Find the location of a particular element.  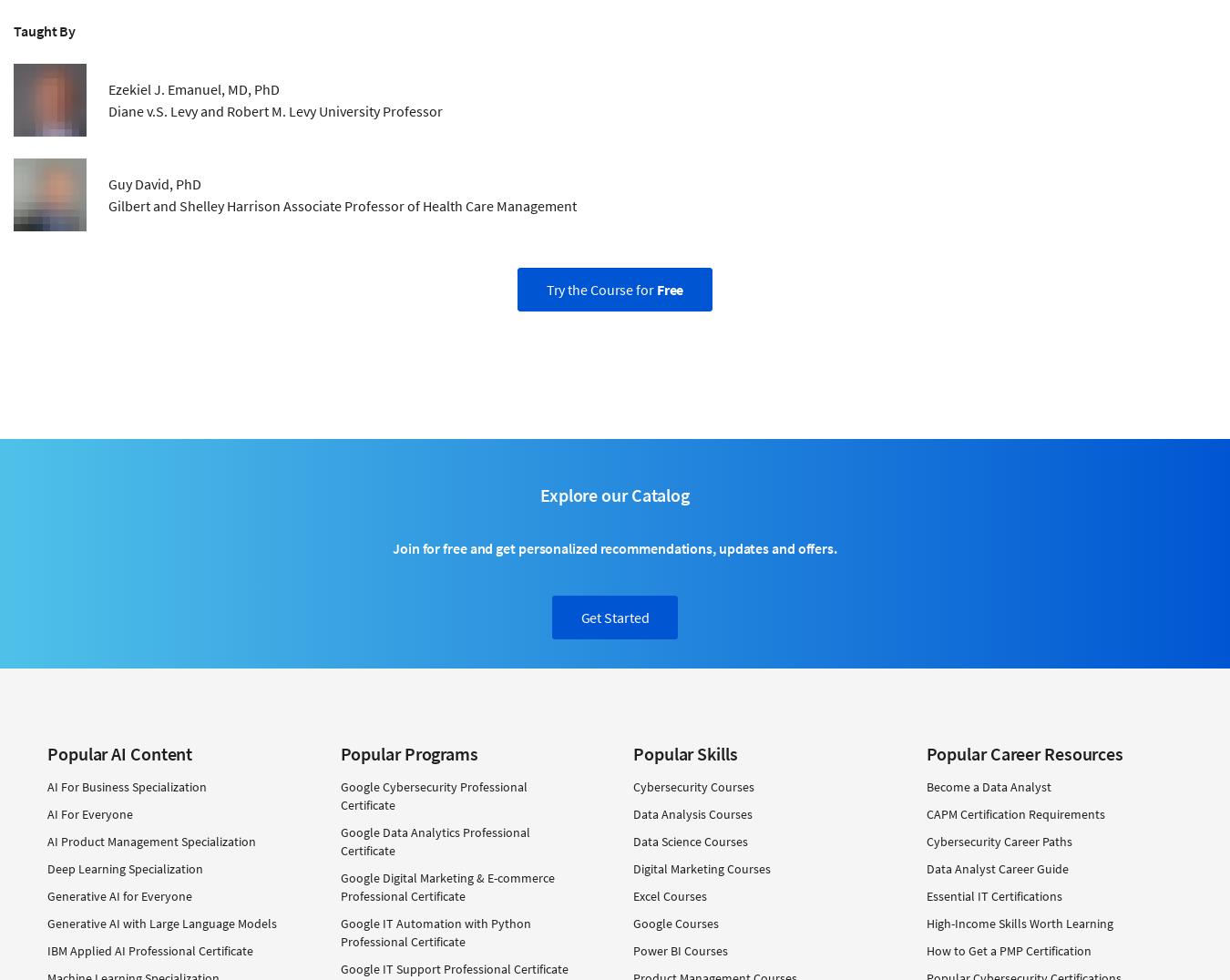

'Generative AI for Everyone' is located at coordinates (119, 896).